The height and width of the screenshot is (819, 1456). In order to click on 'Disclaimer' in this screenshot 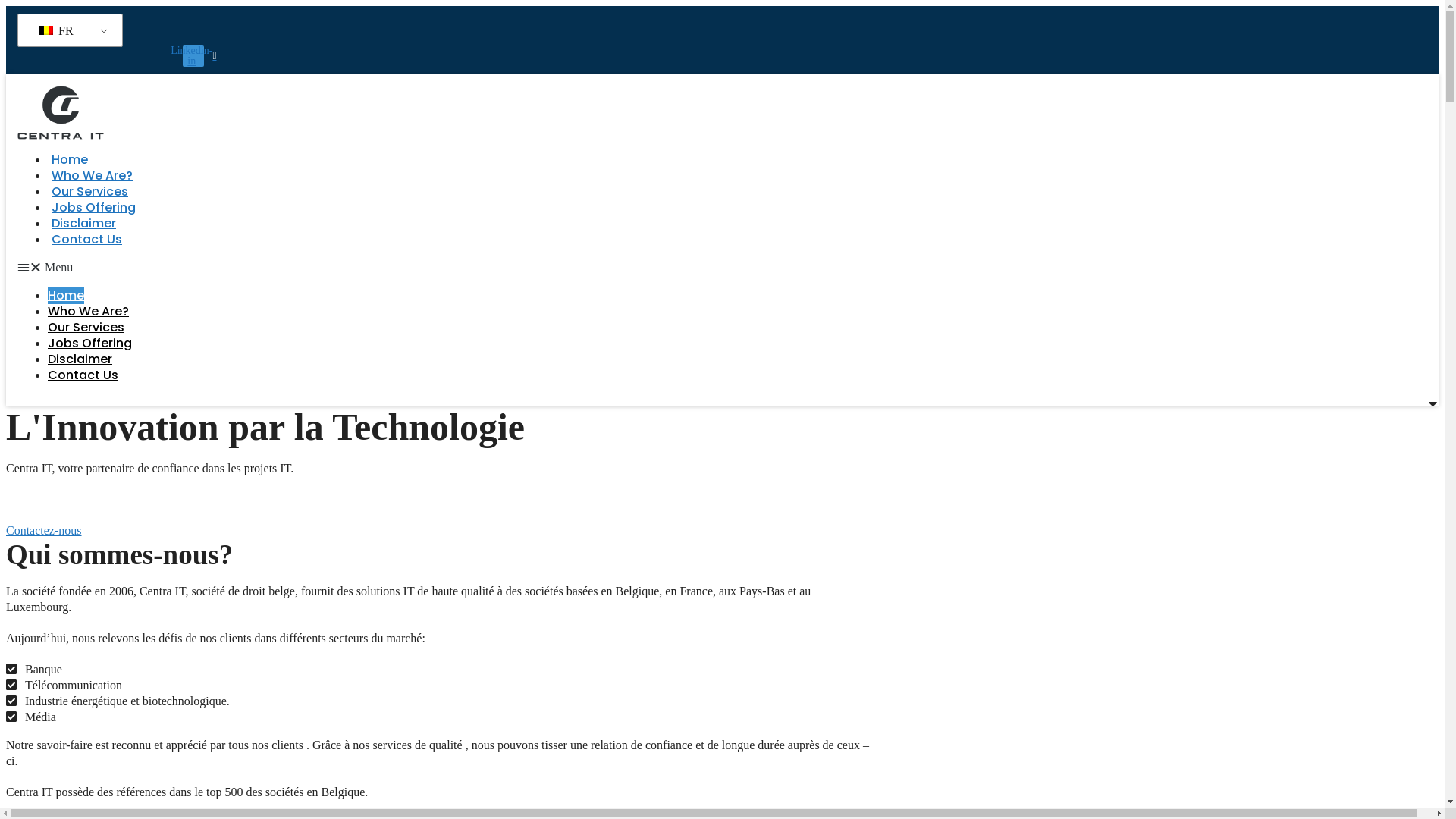, I will do `click(79, 359)`.